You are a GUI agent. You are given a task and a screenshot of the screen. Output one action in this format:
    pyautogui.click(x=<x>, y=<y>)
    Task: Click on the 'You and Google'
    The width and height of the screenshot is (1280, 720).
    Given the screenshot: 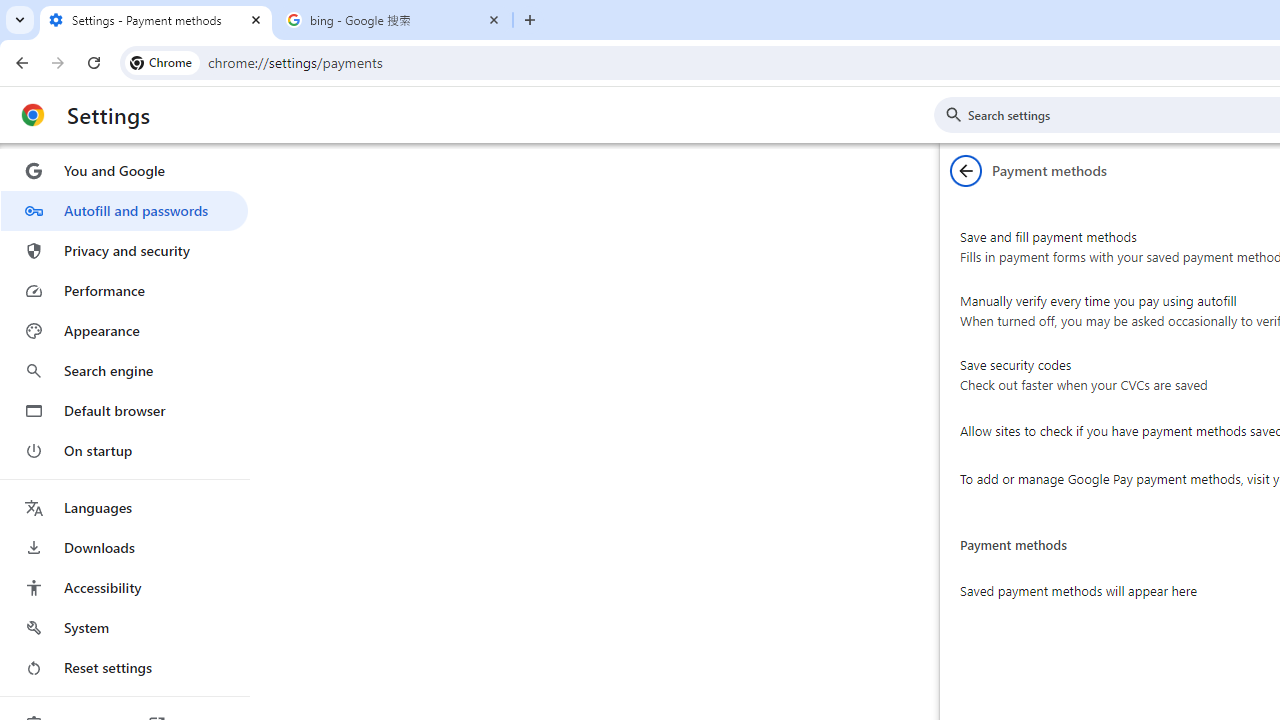 What is the action you would take?
    pyautogui.click(x=123, y=170)
    